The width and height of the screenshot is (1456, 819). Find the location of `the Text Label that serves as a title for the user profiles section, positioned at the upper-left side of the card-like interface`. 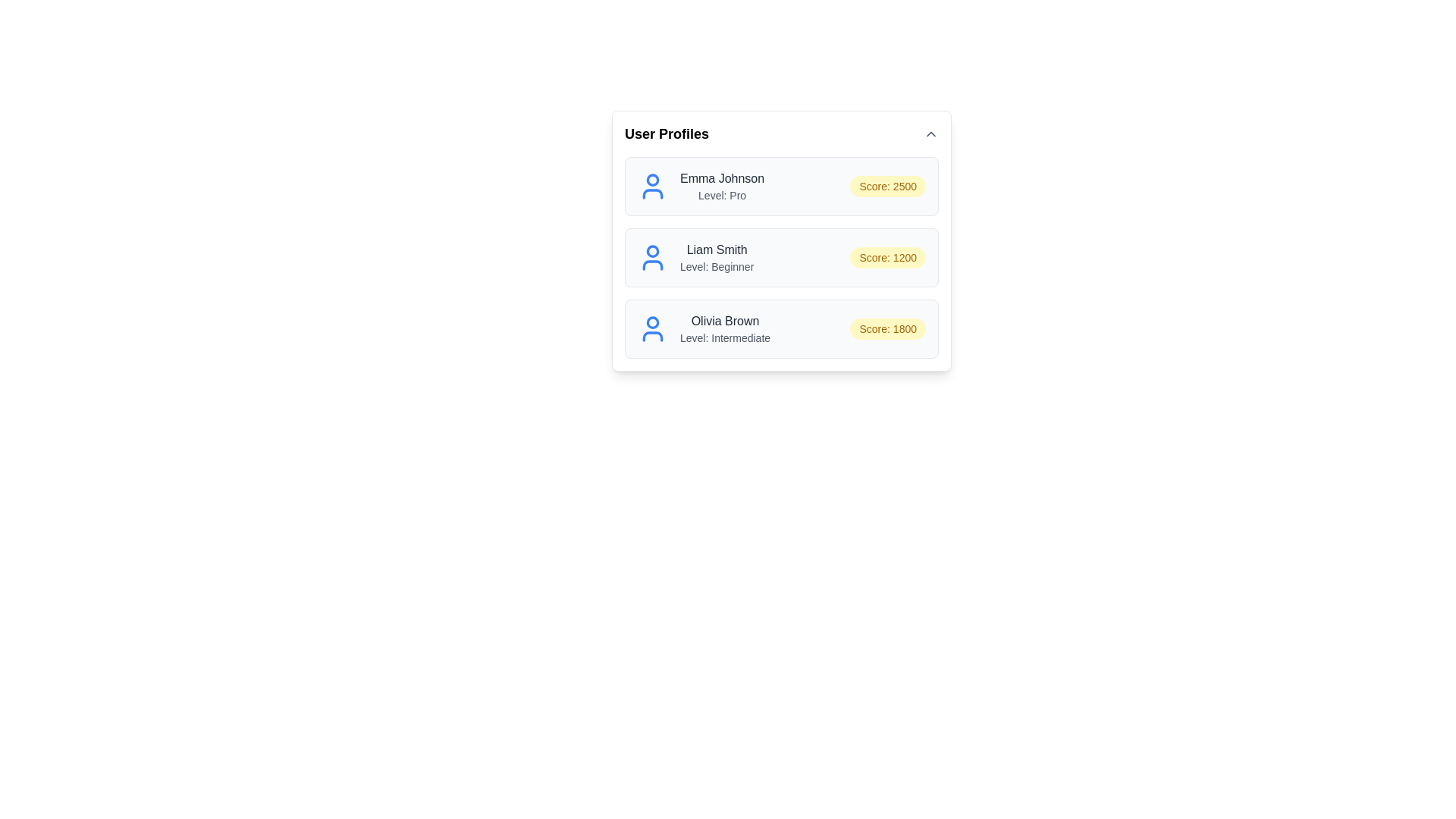

the Text Label that serves as a title for the user profiles section, positioned at the upper-left side of the card-like interface is located at coordinates (667, 133).